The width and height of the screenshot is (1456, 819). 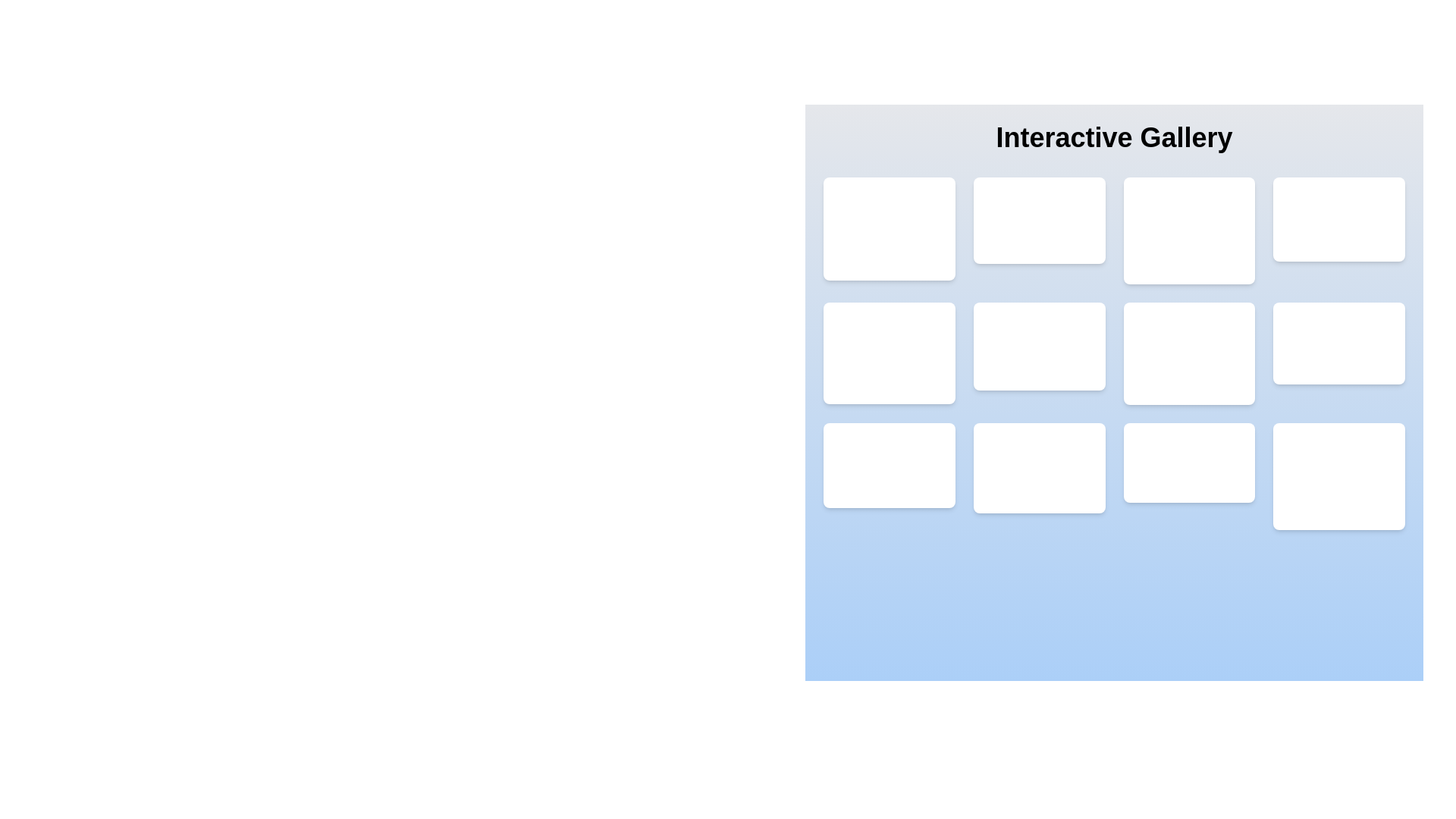 What do you see at coordinates (1038, 308) in the screenshot?
I see `the text label in the second row and second column of the 'Interactive Gallery' grid, which identifies the displayed content or artwork` at bounding box center [1038, 308].